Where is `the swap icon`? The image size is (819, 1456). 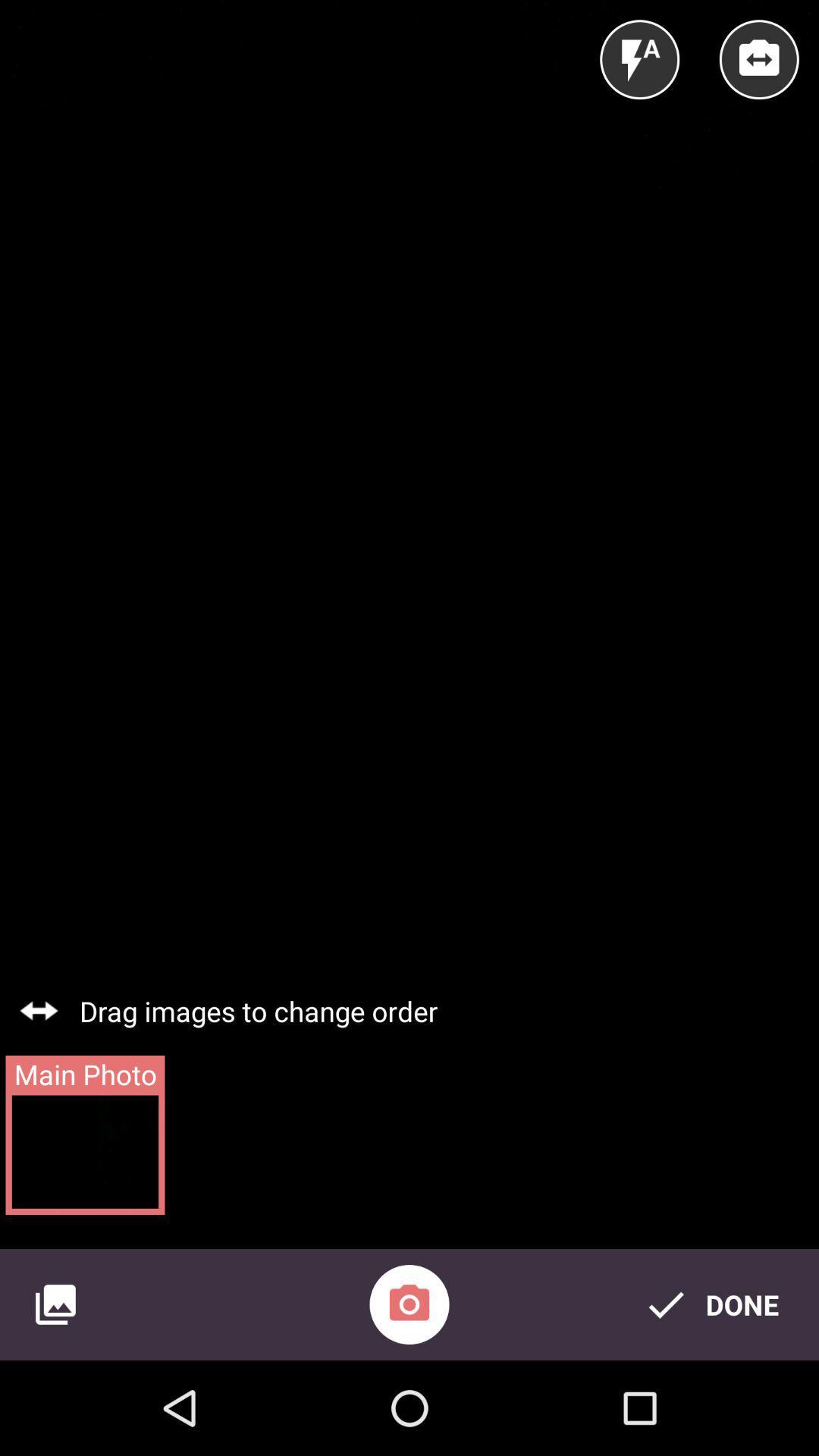
the swap icon is located at coordinates (759, 59).